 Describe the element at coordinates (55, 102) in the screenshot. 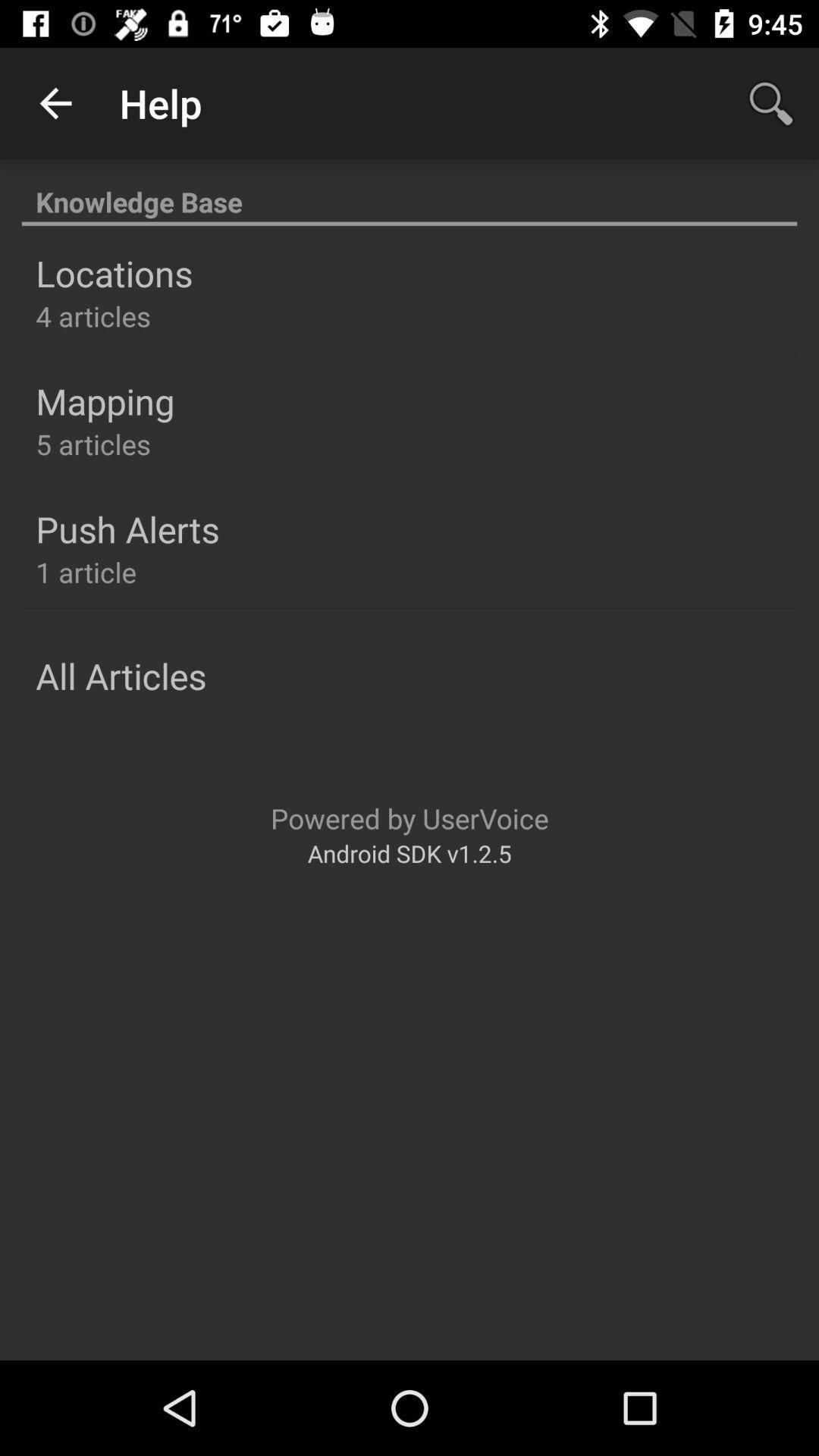

I see `the icon next to help` at that location.